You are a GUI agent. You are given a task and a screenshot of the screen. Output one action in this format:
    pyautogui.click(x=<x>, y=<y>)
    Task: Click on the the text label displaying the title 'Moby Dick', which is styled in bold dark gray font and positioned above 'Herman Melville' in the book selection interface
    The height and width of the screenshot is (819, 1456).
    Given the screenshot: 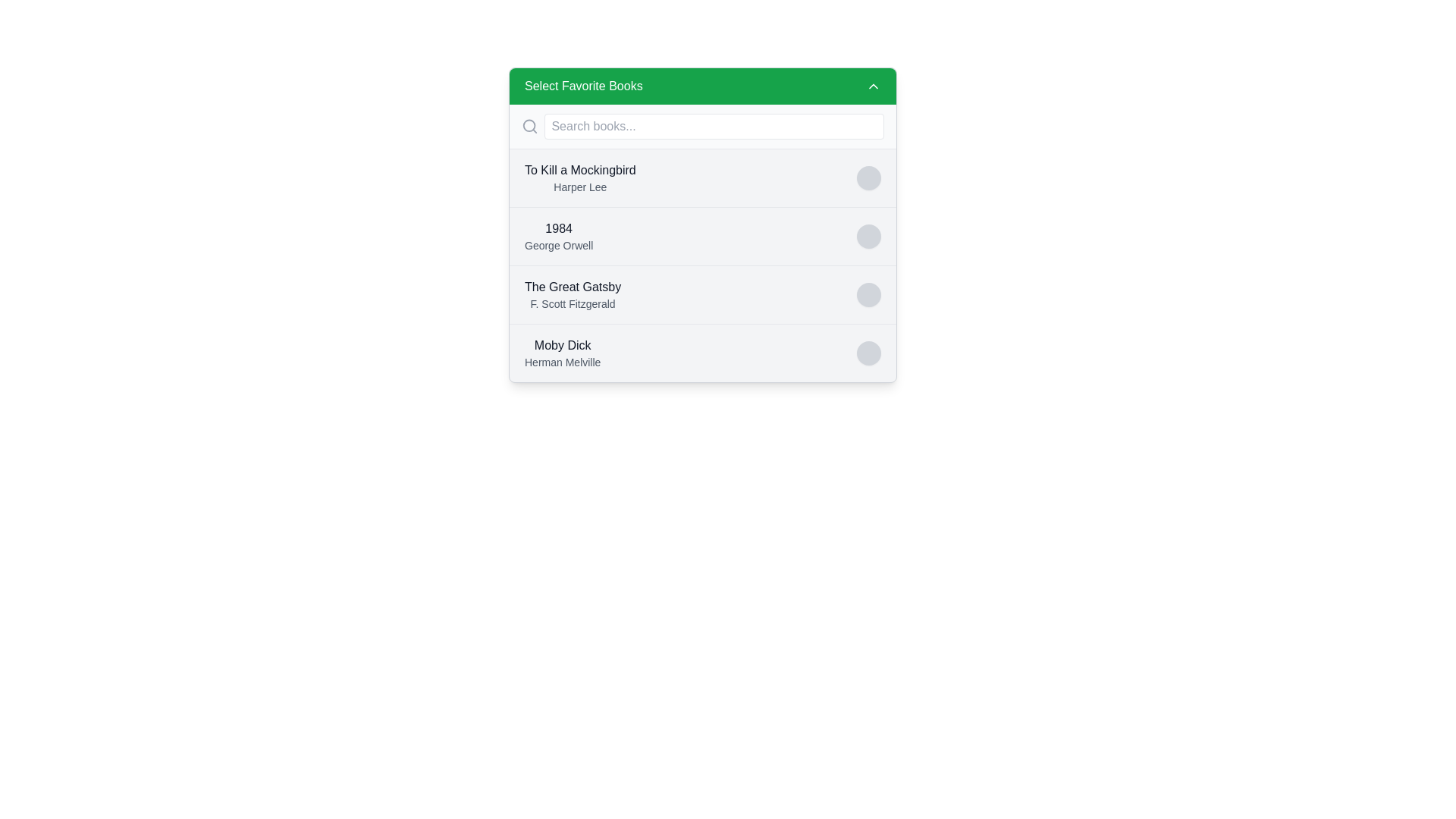 What is the action you would take?
    pyautogui.click(x=562, y=345)
    